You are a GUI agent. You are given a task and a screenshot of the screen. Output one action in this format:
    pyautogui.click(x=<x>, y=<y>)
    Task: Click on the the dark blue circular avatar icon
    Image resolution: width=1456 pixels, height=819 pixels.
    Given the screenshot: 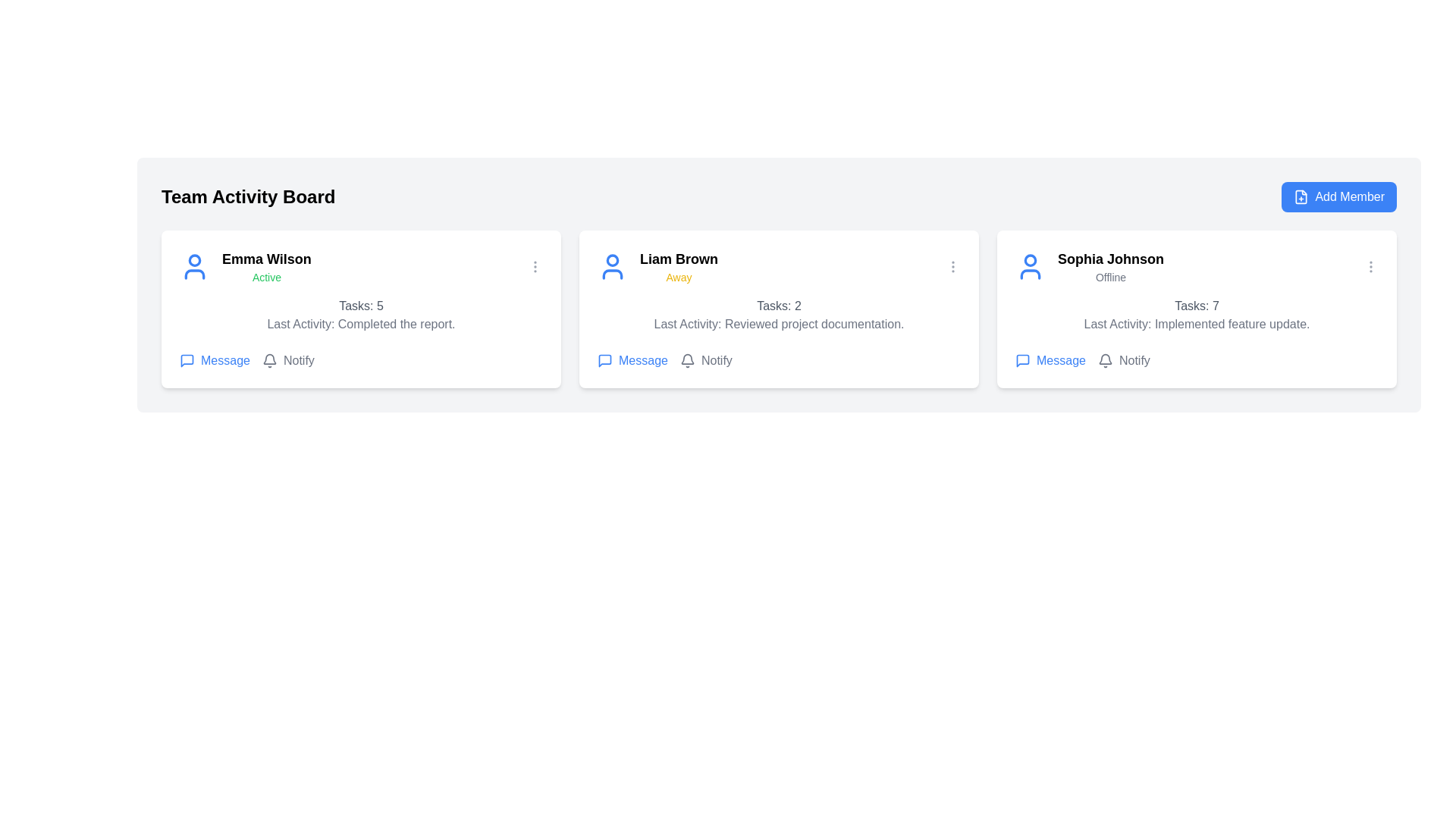 What is the action you would take?
    pyautogui.click(x=194, y=259)
    